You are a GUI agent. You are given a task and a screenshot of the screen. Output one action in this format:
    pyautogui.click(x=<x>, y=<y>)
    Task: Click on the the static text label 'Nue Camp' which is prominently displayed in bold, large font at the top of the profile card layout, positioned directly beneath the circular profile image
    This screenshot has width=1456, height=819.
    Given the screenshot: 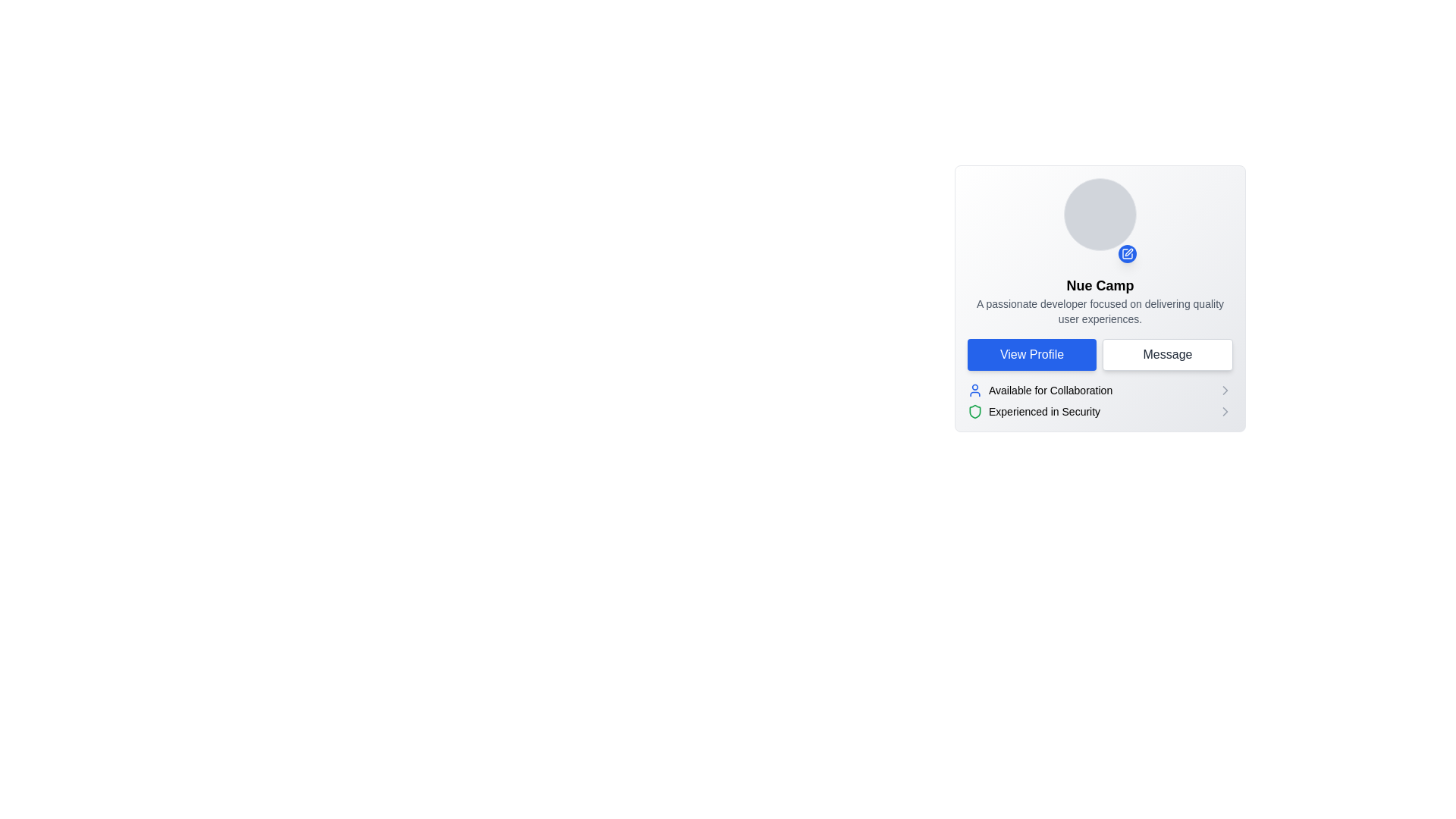 What is the action you would take?
    pyautogui.click(x=1100, y=286)
    